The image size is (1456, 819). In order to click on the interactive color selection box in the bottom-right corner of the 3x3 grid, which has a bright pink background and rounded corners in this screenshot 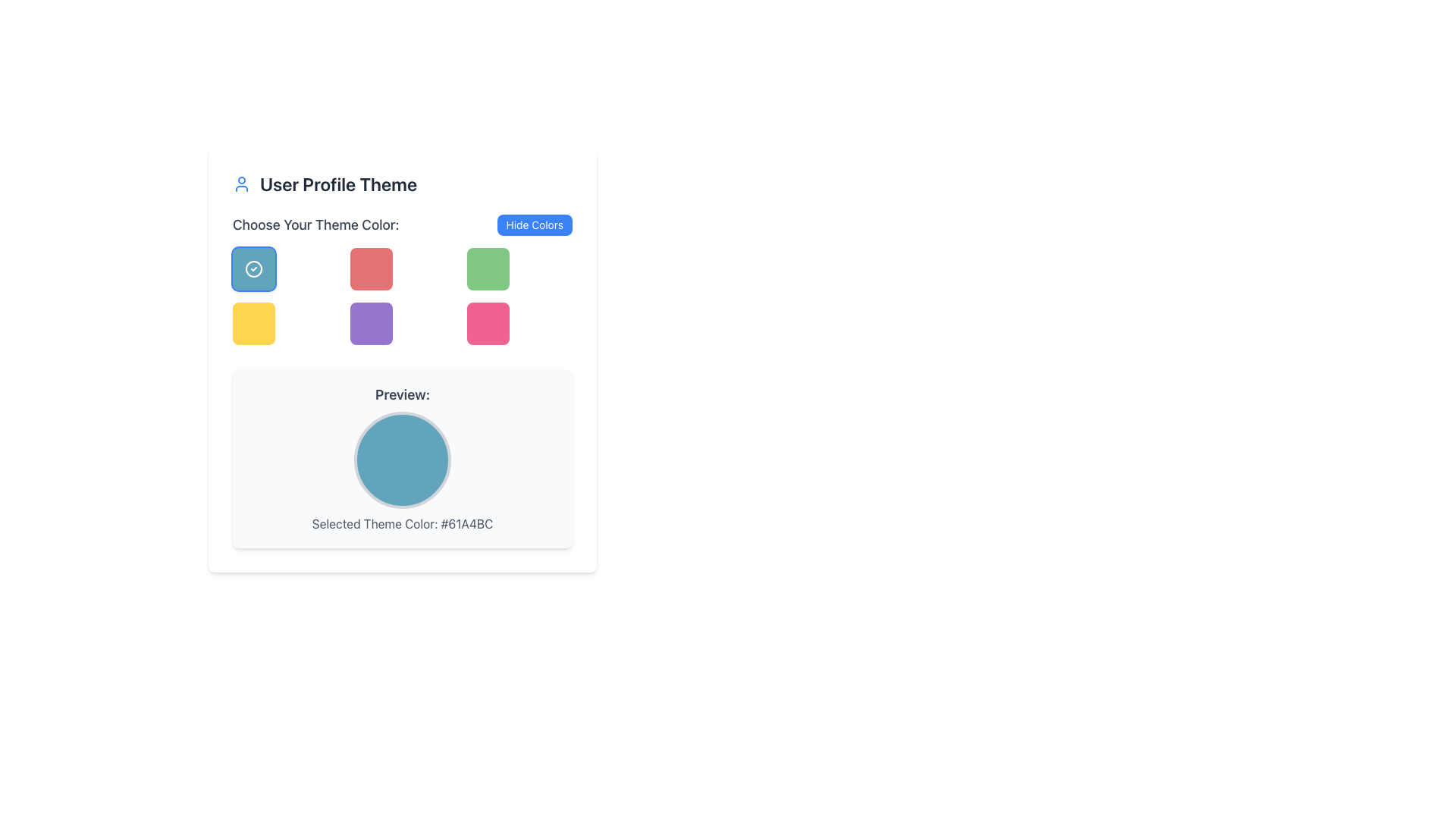, I will do `click(488, 323)`.